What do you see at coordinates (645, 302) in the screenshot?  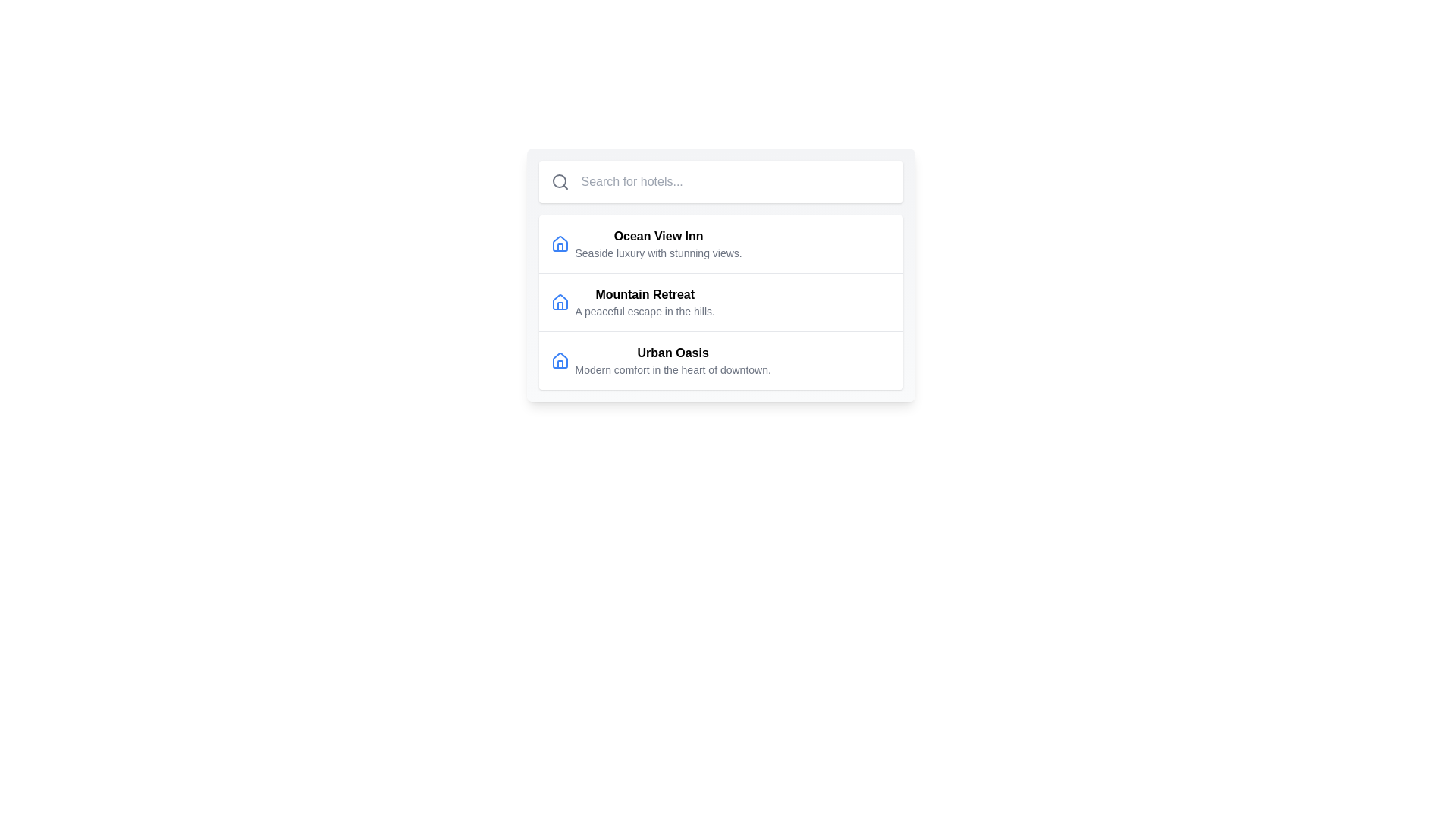 I see `the 'Mountain Retreat' text block, which is the second item in a vertical list and features a bold title and a smaller subtitle` at bounding box center [645, 302].